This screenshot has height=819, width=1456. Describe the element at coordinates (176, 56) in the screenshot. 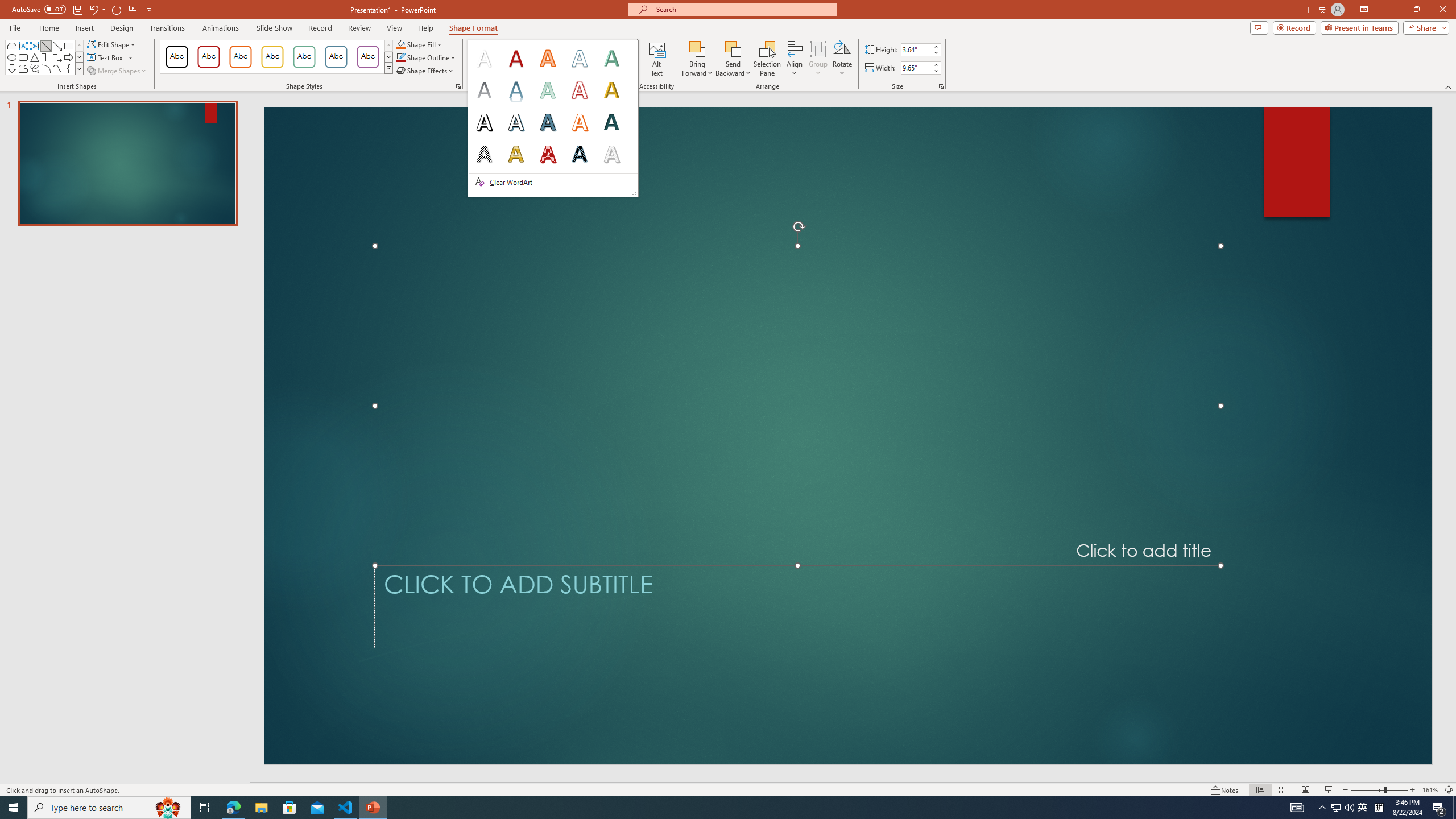

I see `'Colored Outline - Black, Dark 1'` at that location.